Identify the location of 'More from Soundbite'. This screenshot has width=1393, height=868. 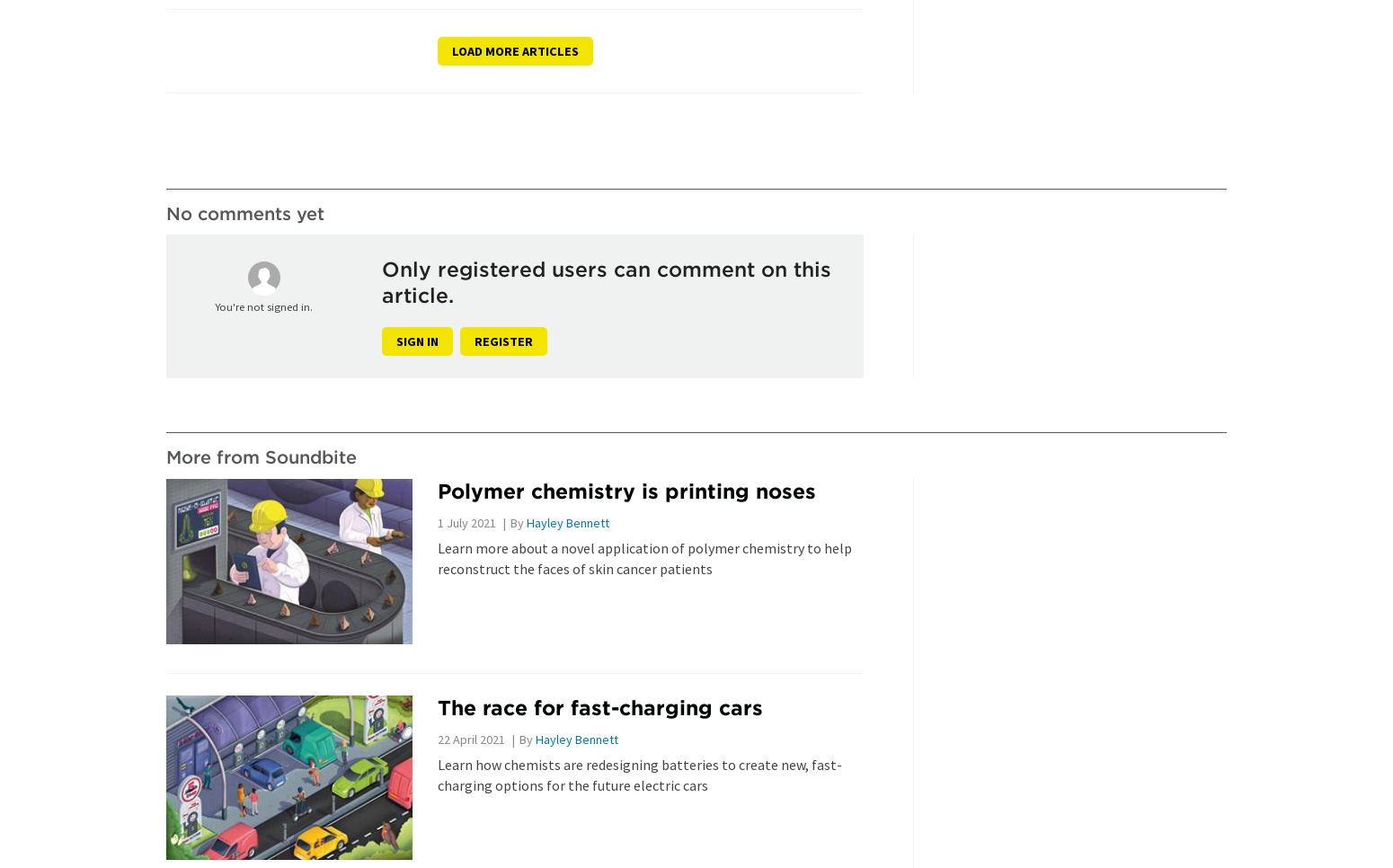
(261, 456).